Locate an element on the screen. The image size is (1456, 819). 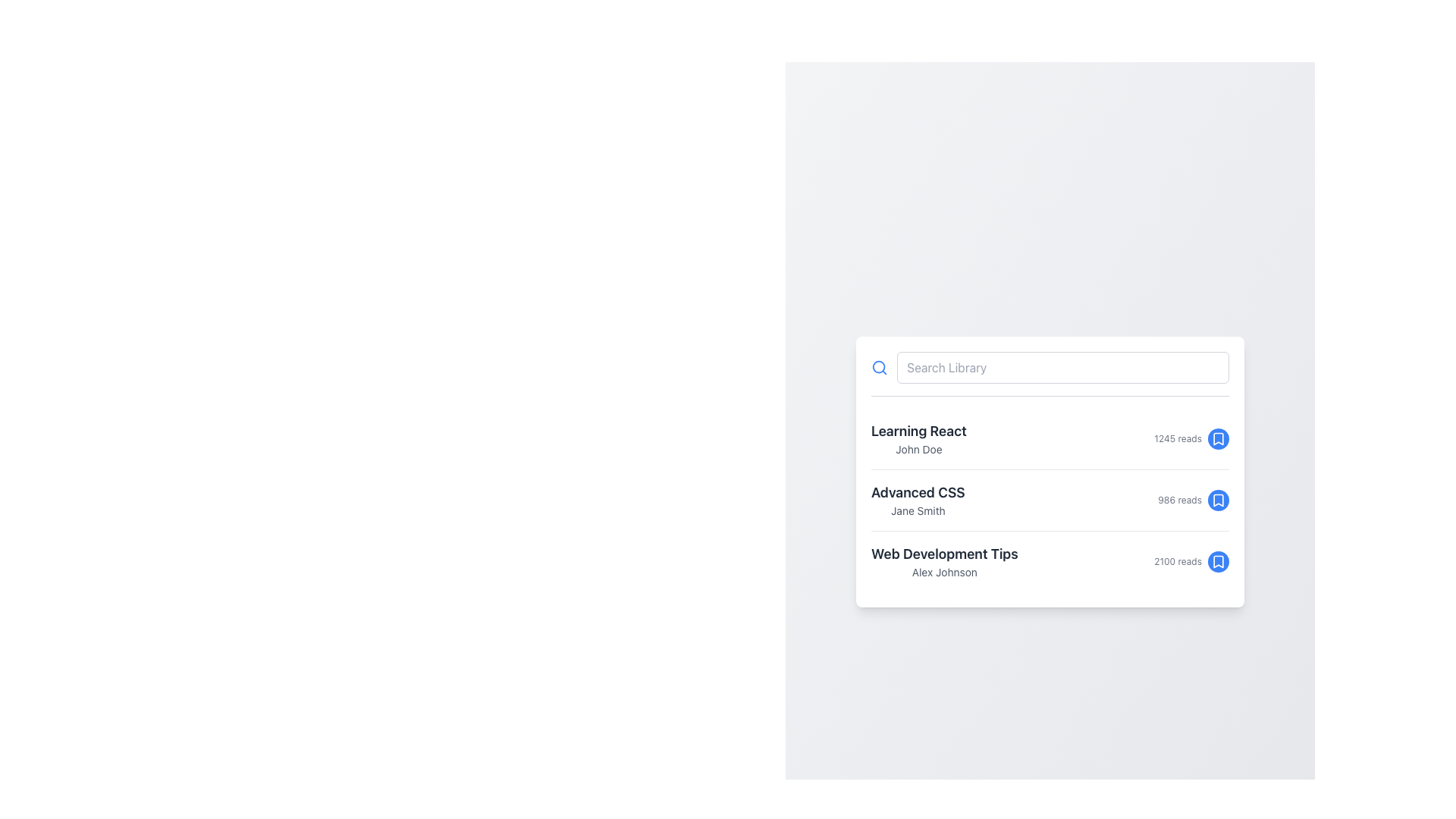
the bookmark icon located in the third column next to the 'Advanced CSS' entry by Jane Smith to bookmark the content for later reference is located at coordinates (1219, 438).